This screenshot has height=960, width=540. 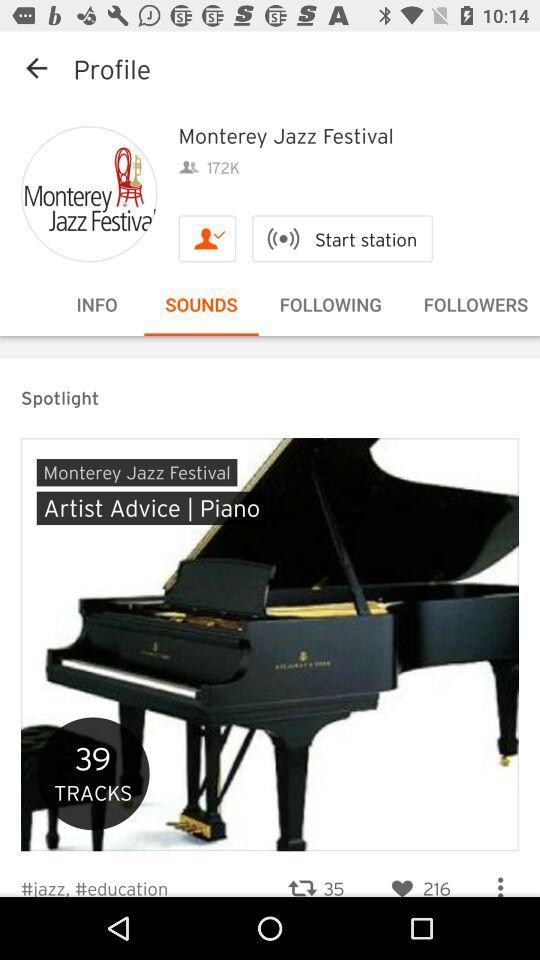 What do you see at coordinates (36, 68) in the screenshot?
I see `icon next to profile item` at bounding box center [36, 68].